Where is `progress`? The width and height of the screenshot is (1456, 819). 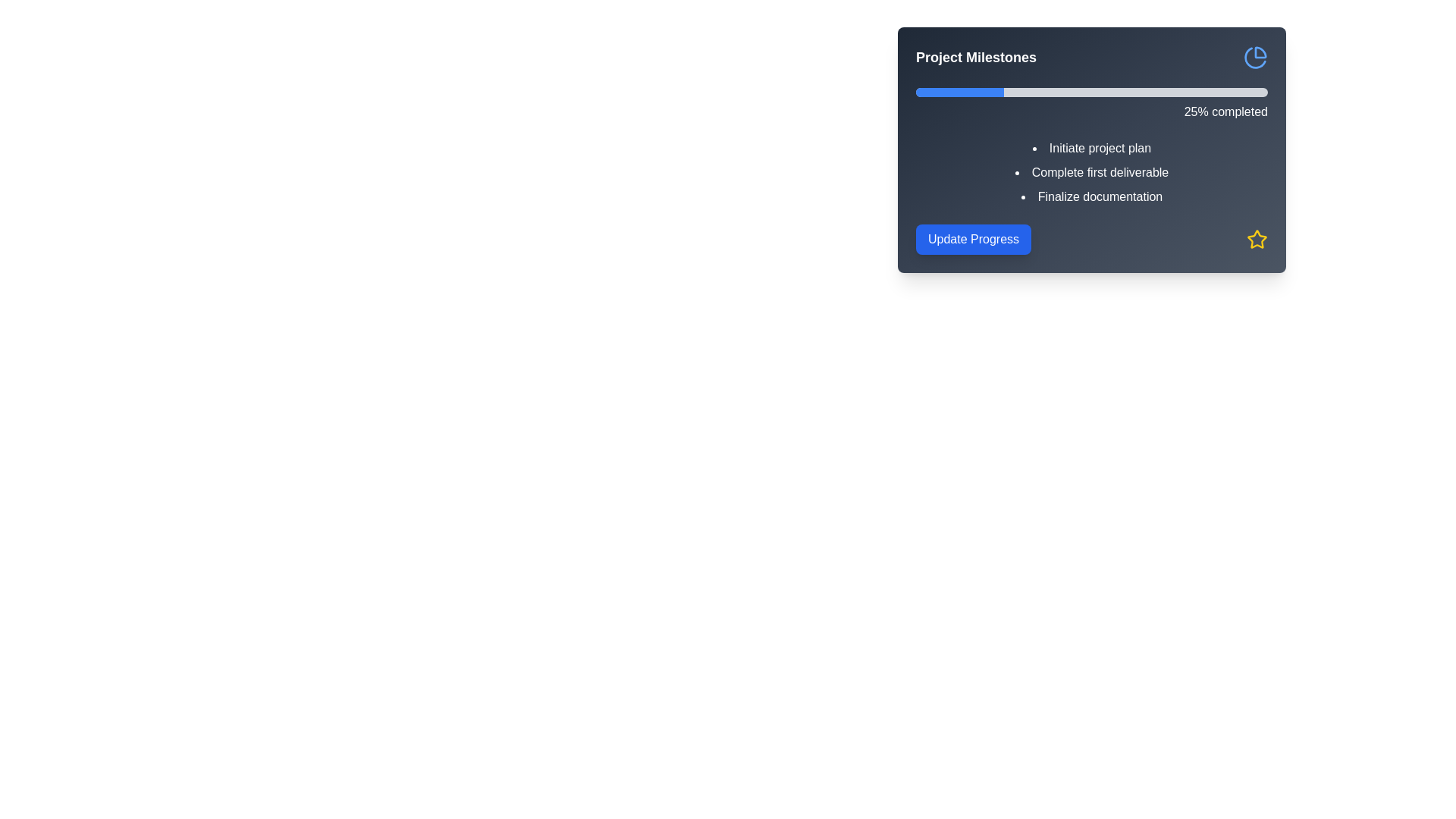 progress is located at coordinates (959, 93).